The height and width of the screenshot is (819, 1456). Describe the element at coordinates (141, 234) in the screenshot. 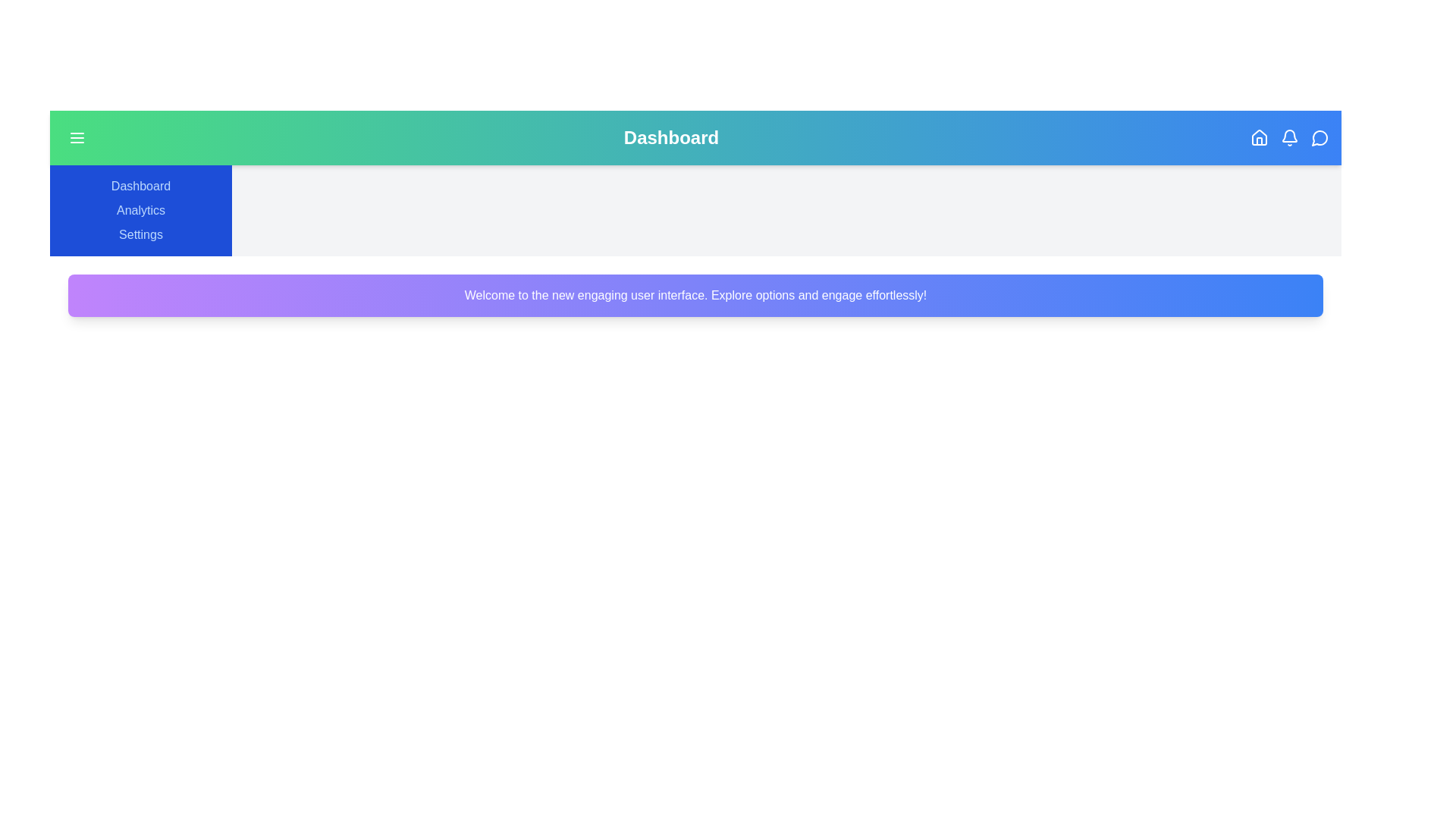

I see `the 'Settings' button in the sidebar` at that location.